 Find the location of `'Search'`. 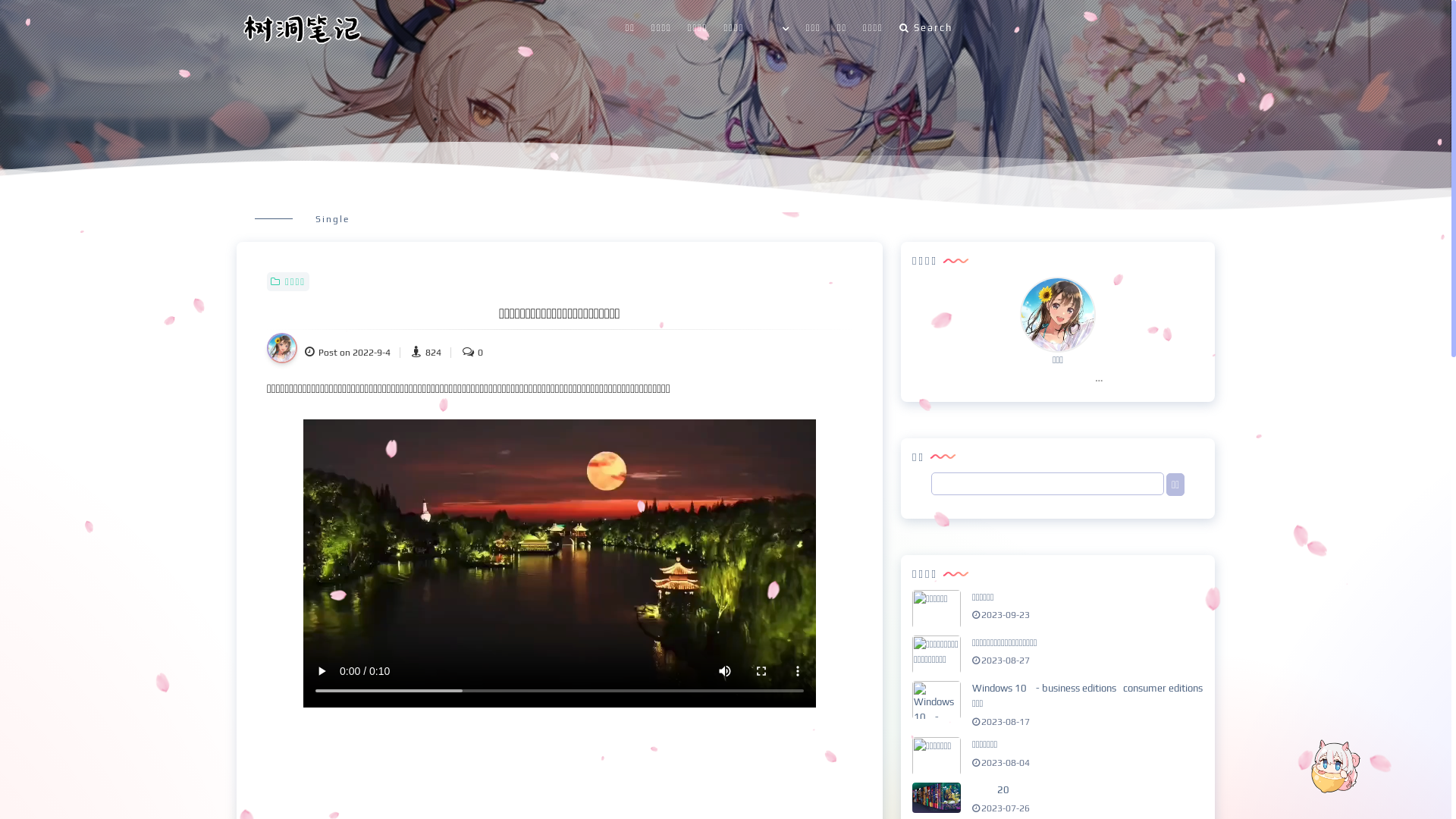

'Search' is located at coordinates (924, 28).